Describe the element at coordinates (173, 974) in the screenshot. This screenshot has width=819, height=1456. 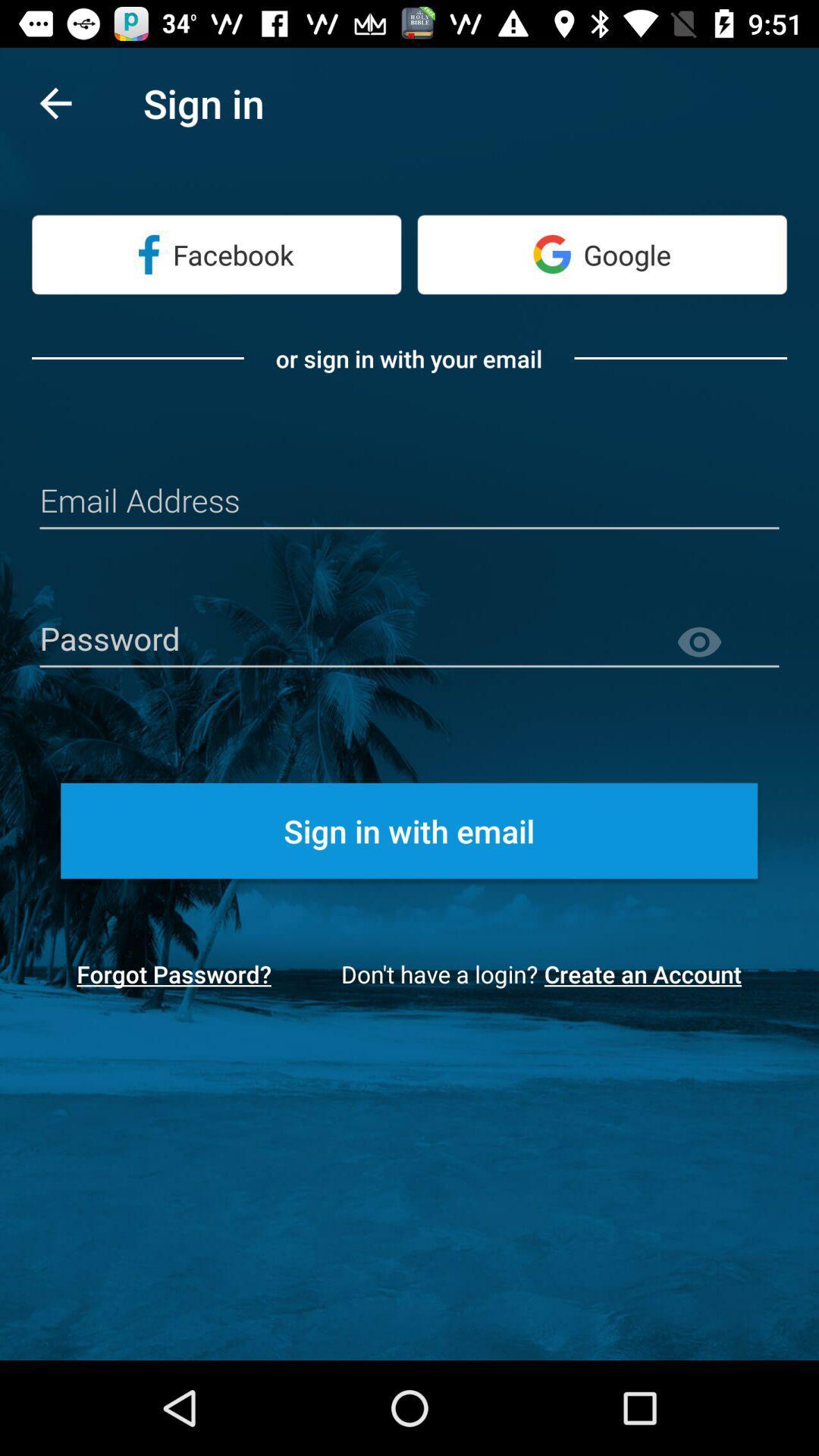
I see `the item at the bottom left corner` at that location.